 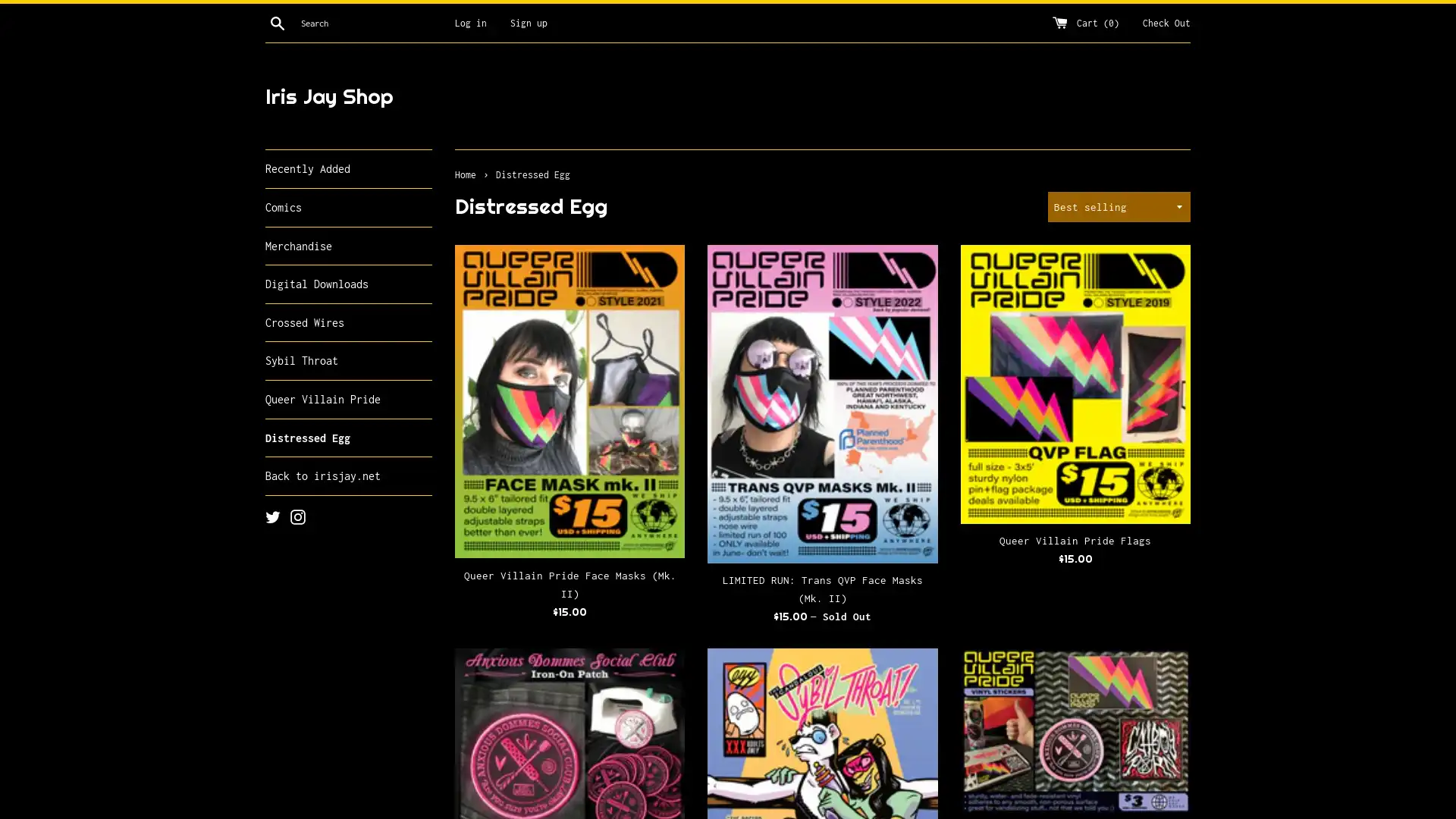 I want to click on Search, so click(x=277, y=22).